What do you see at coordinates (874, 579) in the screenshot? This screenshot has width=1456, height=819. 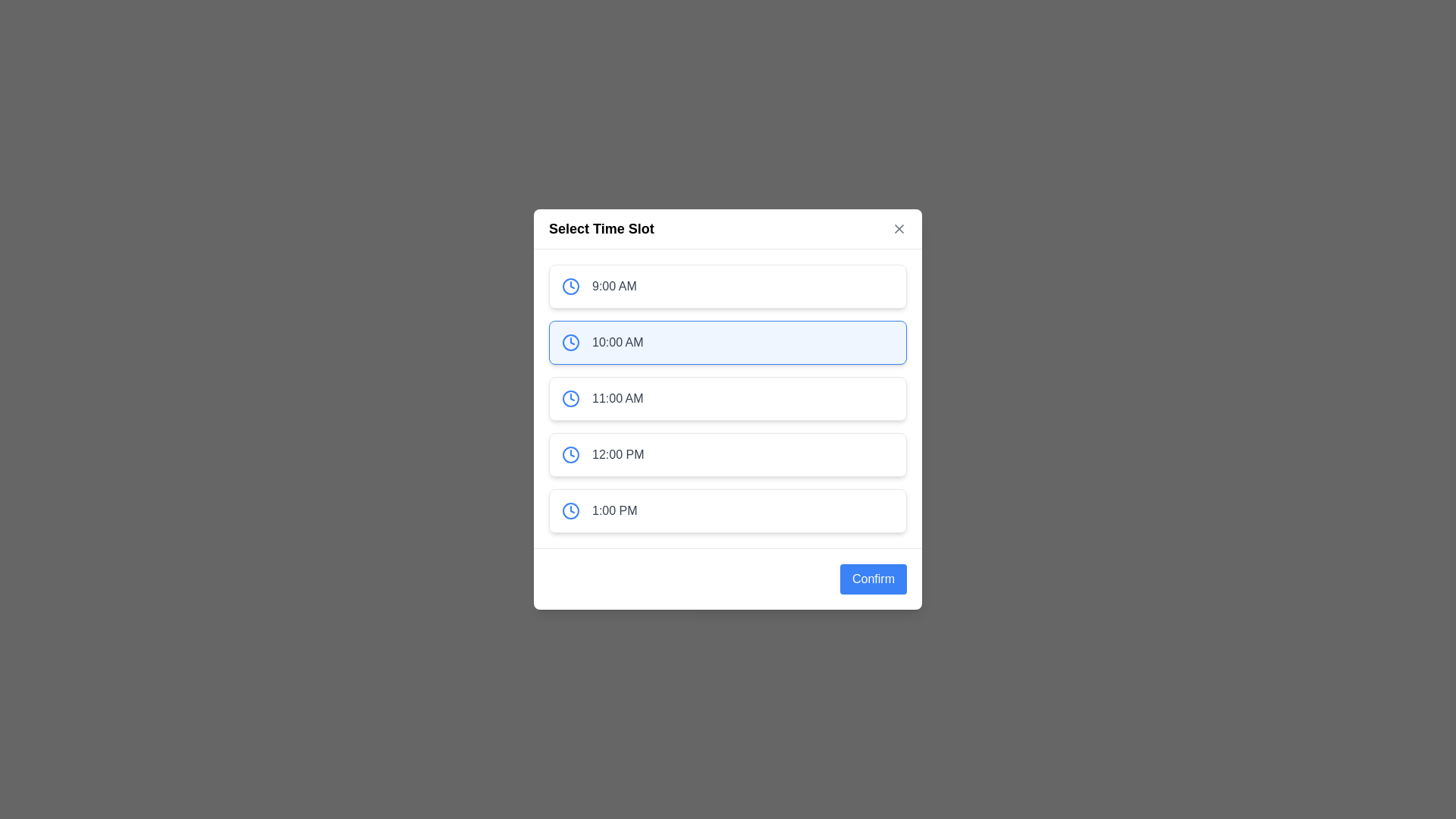 I see `the 'Confirm' button to confirm the selected time slot` at bounding box center [874, 579].